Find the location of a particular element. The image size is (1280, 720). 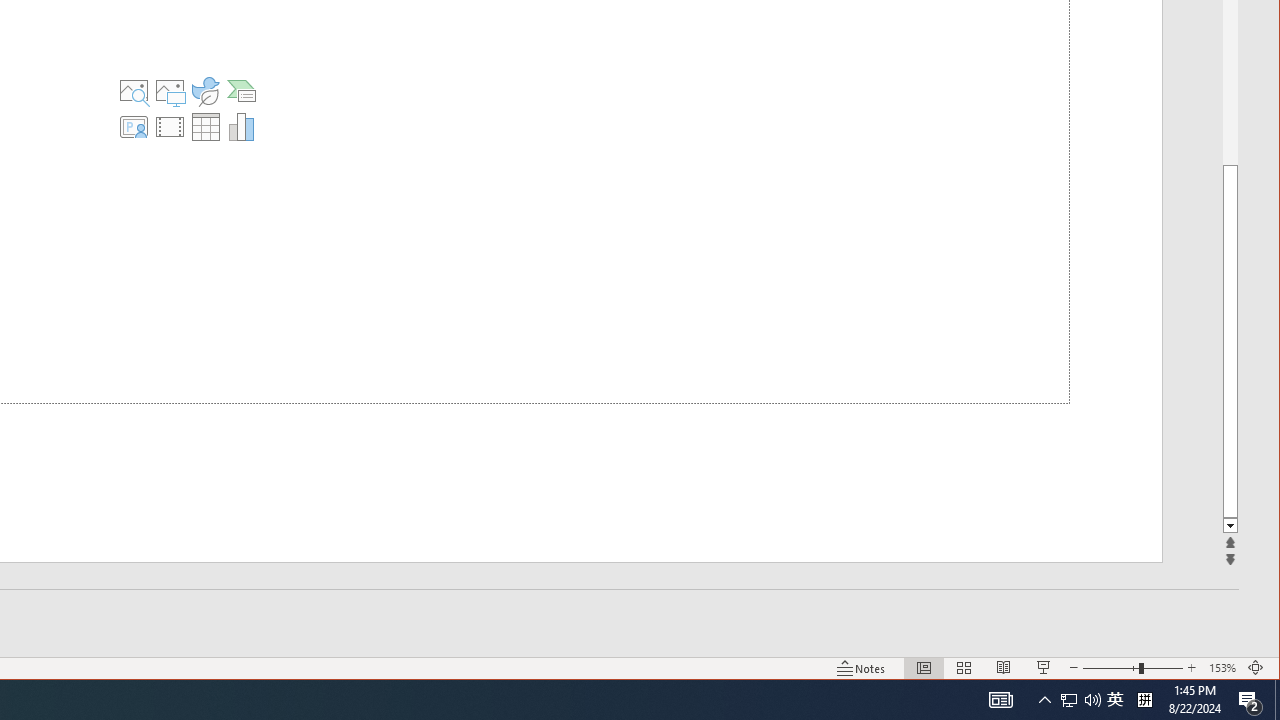

'Insert Cameo' is located at coordinates (132, 127).